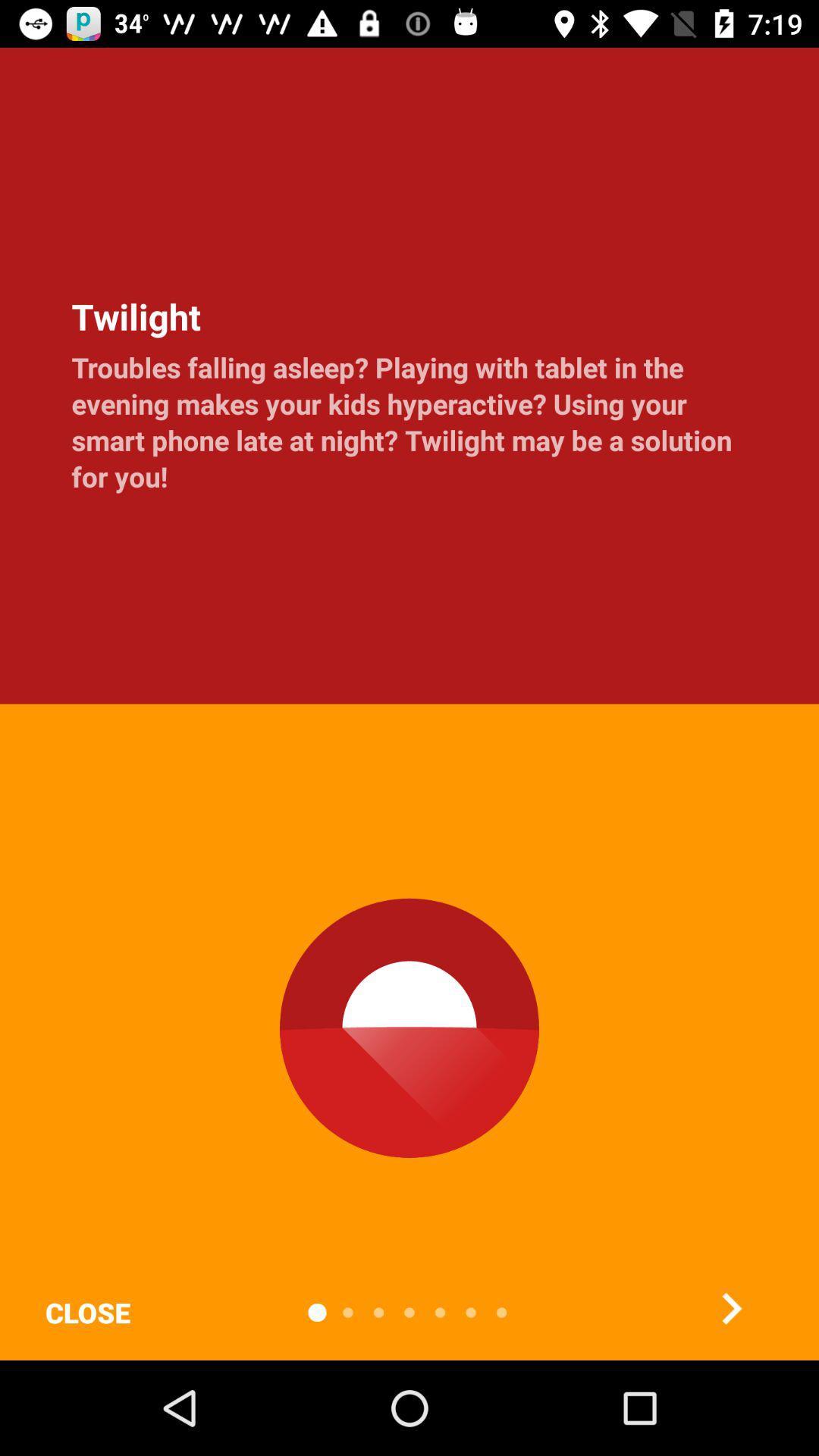 The image size is (819, 1456). Describe the element at coordinates (87, 1312) in the screenshot. I see `the close item` at that location.